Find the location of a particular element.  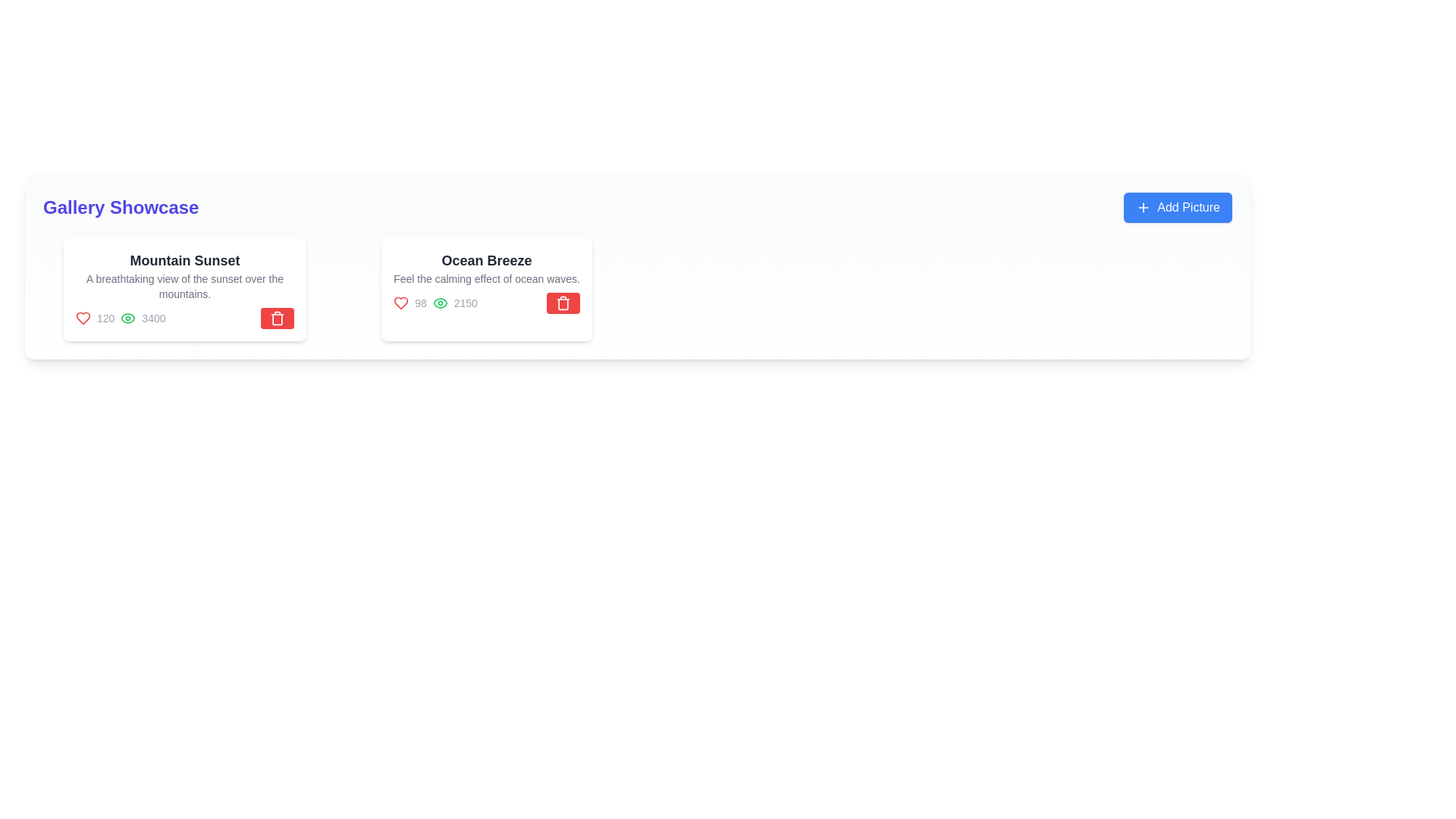

the small rectangular button with a bright red background and a trash can icon located at the bottom right of the 'Mountain Sunset' card to observe the hover effect is located at coordinates (277, 318).